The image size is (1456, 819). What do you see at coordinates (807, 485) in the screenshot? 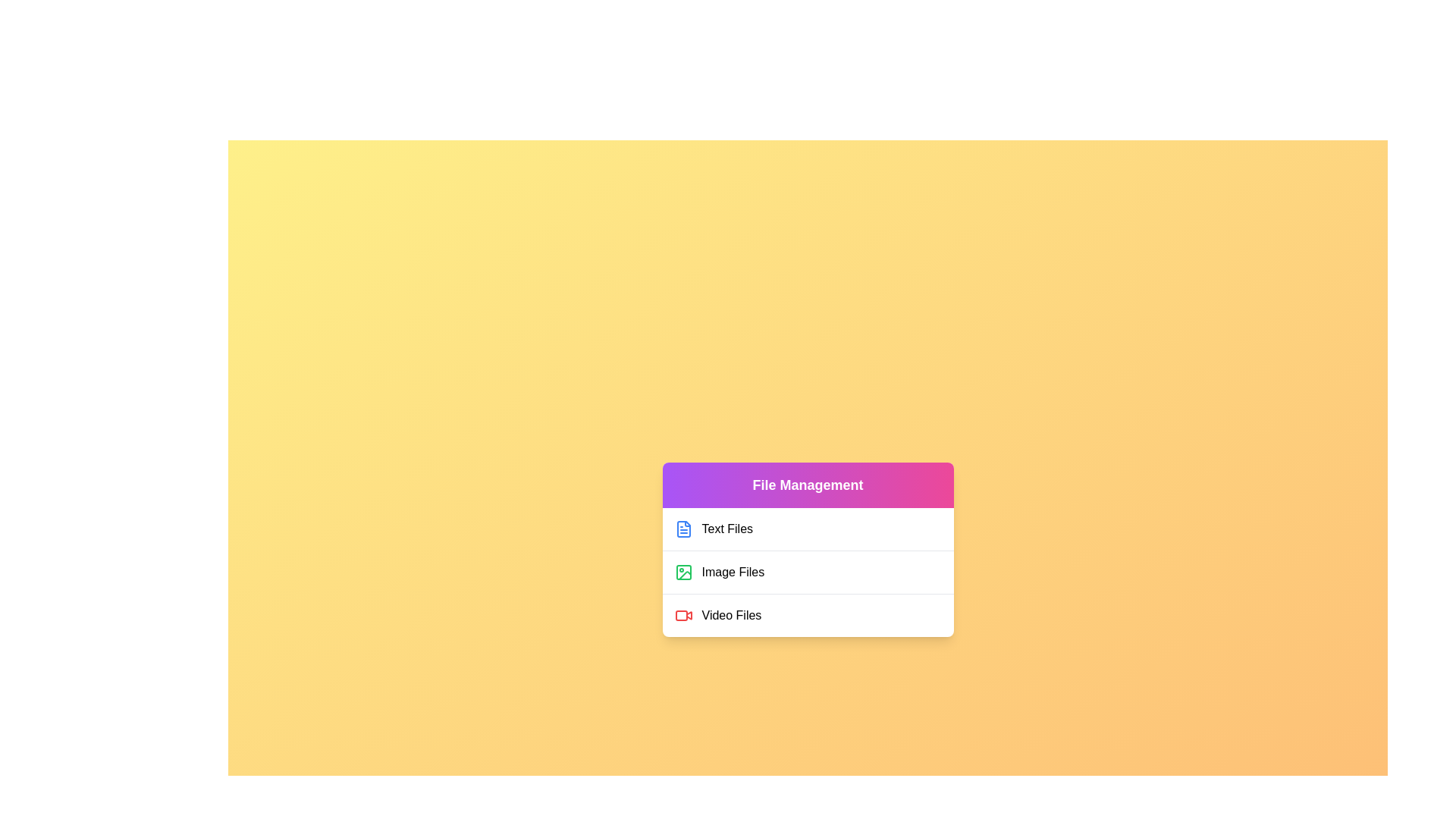
I see `the 'File Management' toggle button to interact with the menu` at bounding box center [807, 485].